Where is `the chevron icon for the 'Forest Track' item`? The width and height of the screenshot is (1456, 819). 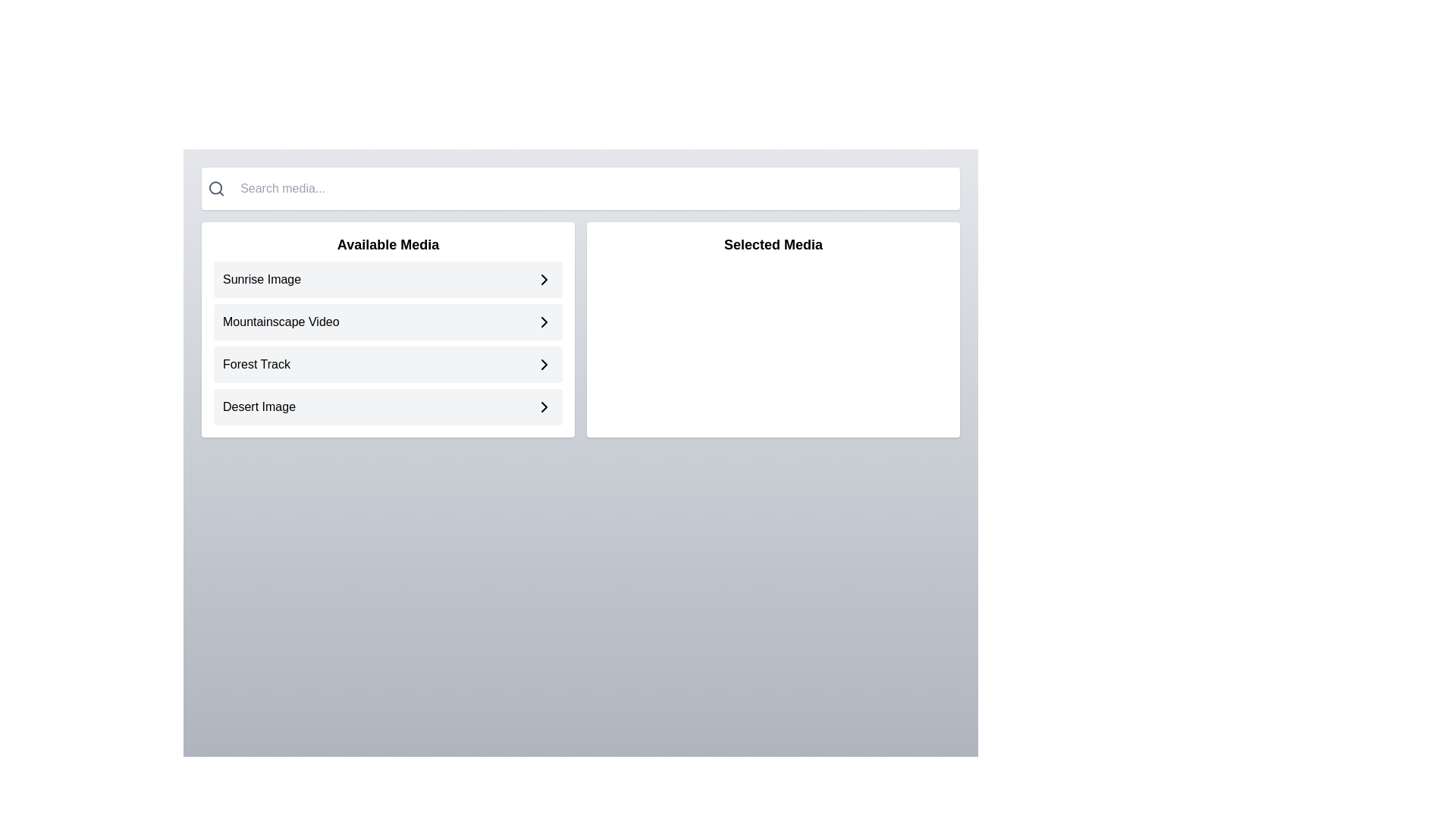 the chevron icon for the 'Forest Track' item is located at coordinates (544, 365).